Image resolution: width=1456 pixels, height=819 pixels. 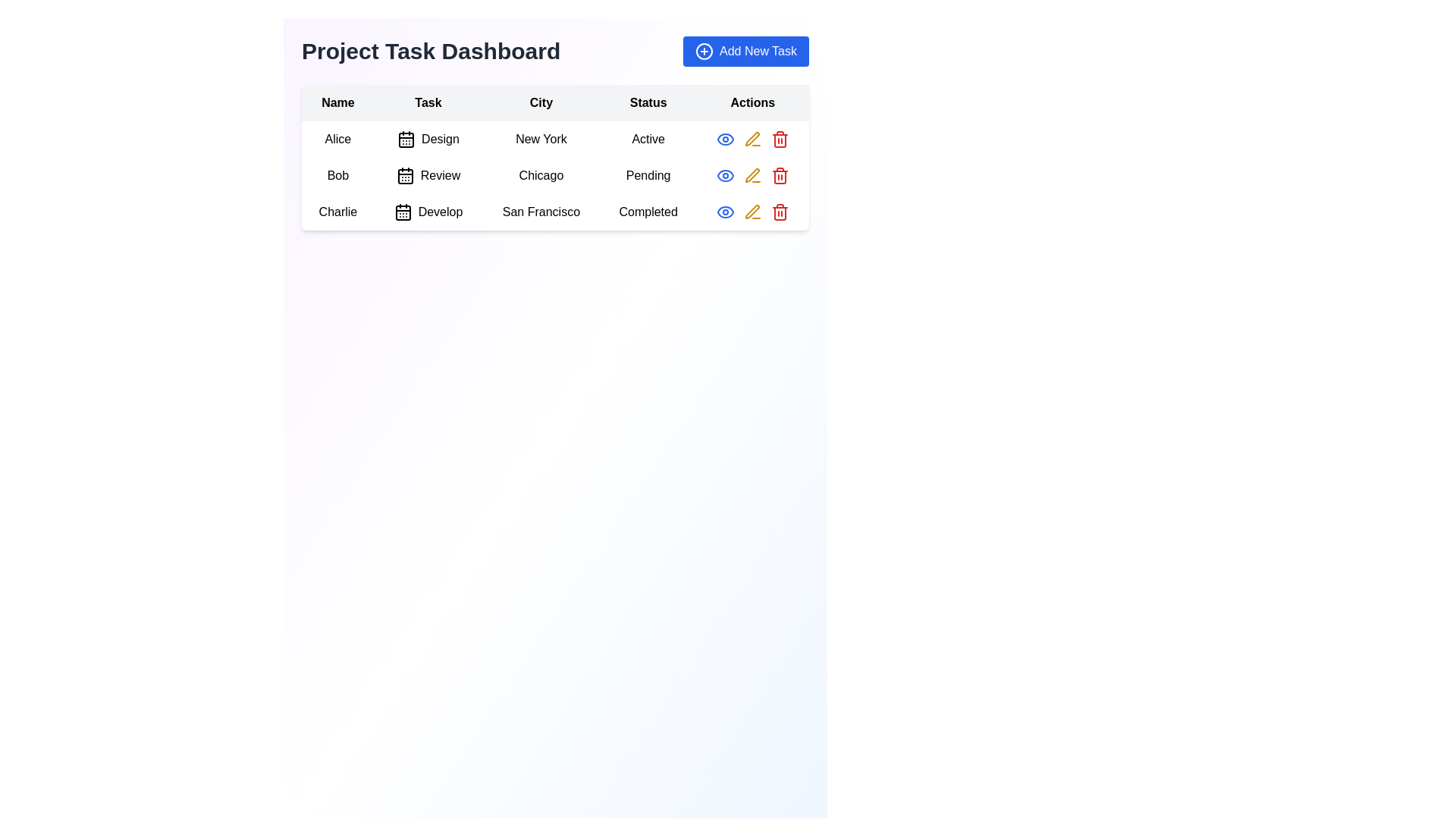 What do you see at coordinates (648, 140) in the screenshot?
I see `the text label displaying 'Active' in the Status column of the table for Alice` at bounding box center [648, 140].